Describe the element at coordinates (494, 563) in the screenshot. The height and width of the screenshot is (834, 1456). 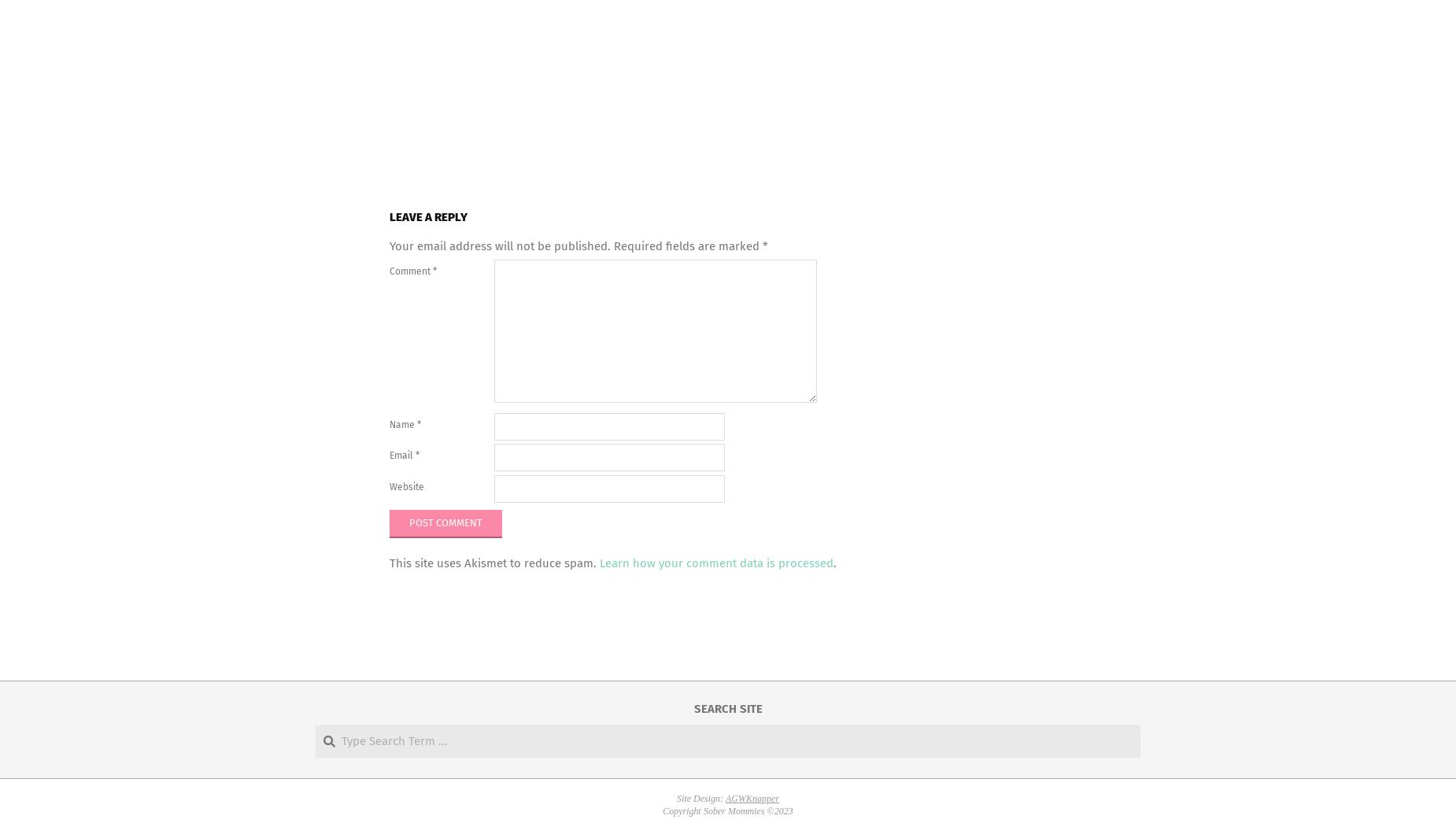
I see `'This site uses Akismet to reduce spam.'` at that location.